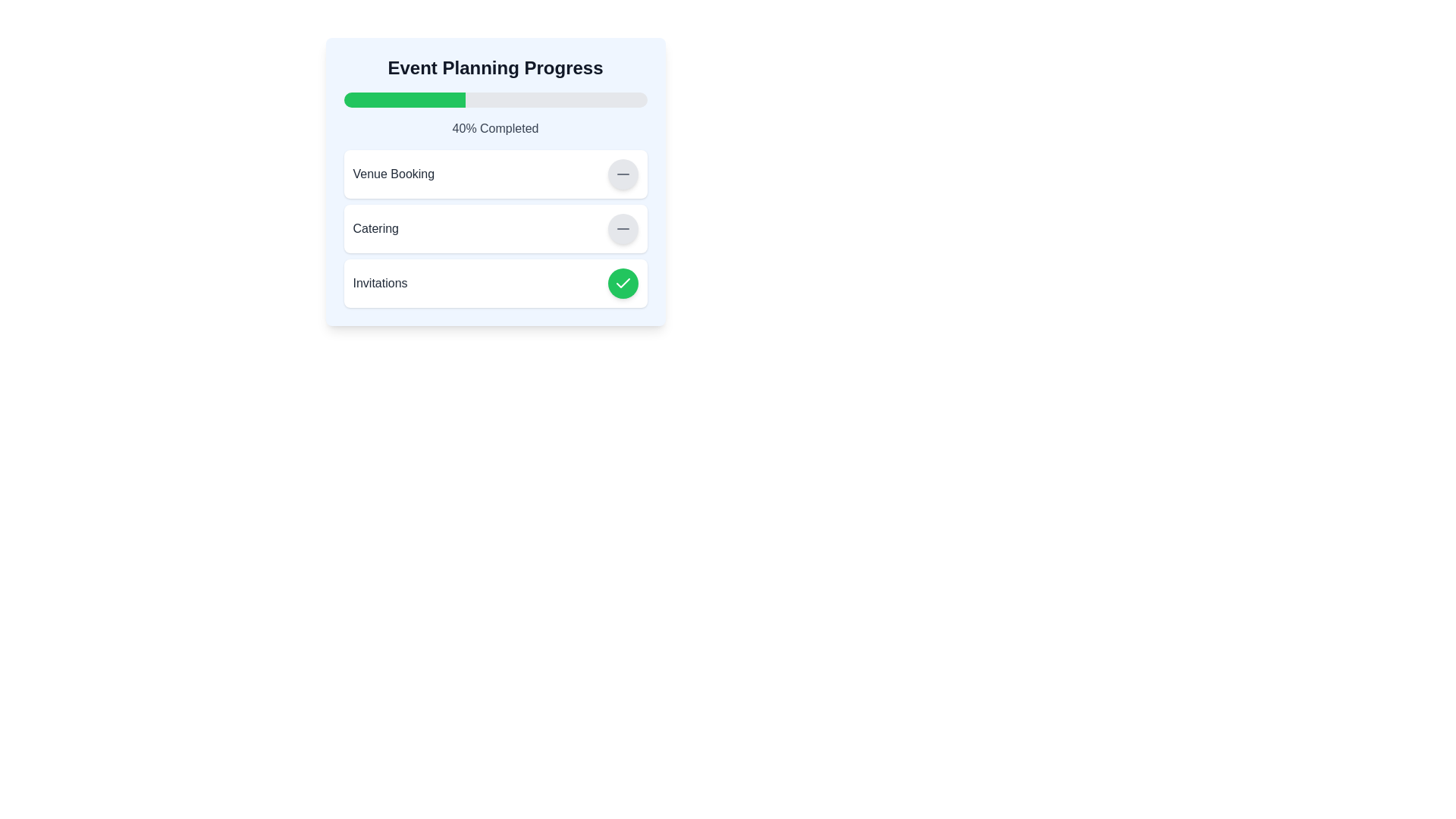 The height and width of the screenshot is (819, 1456). I want to click on the 'Catering' display card, which is the second item in a vertical stack of three cards within the event planning application interface, so click(495, 228).